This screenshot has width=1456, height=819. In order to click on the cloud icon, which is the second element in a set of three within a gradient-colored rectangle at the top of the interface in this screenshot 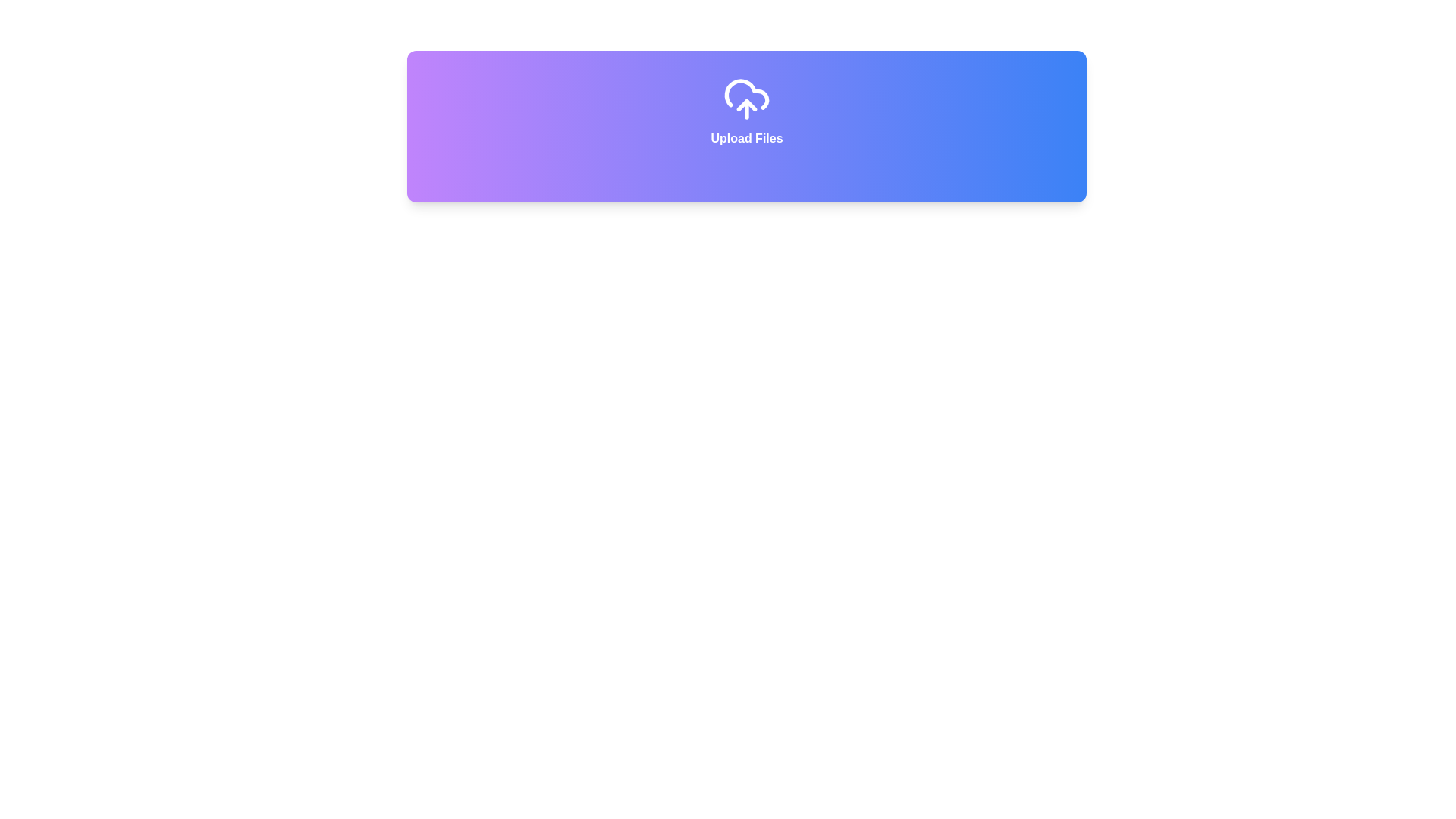, I will do `click(746, 94)`.